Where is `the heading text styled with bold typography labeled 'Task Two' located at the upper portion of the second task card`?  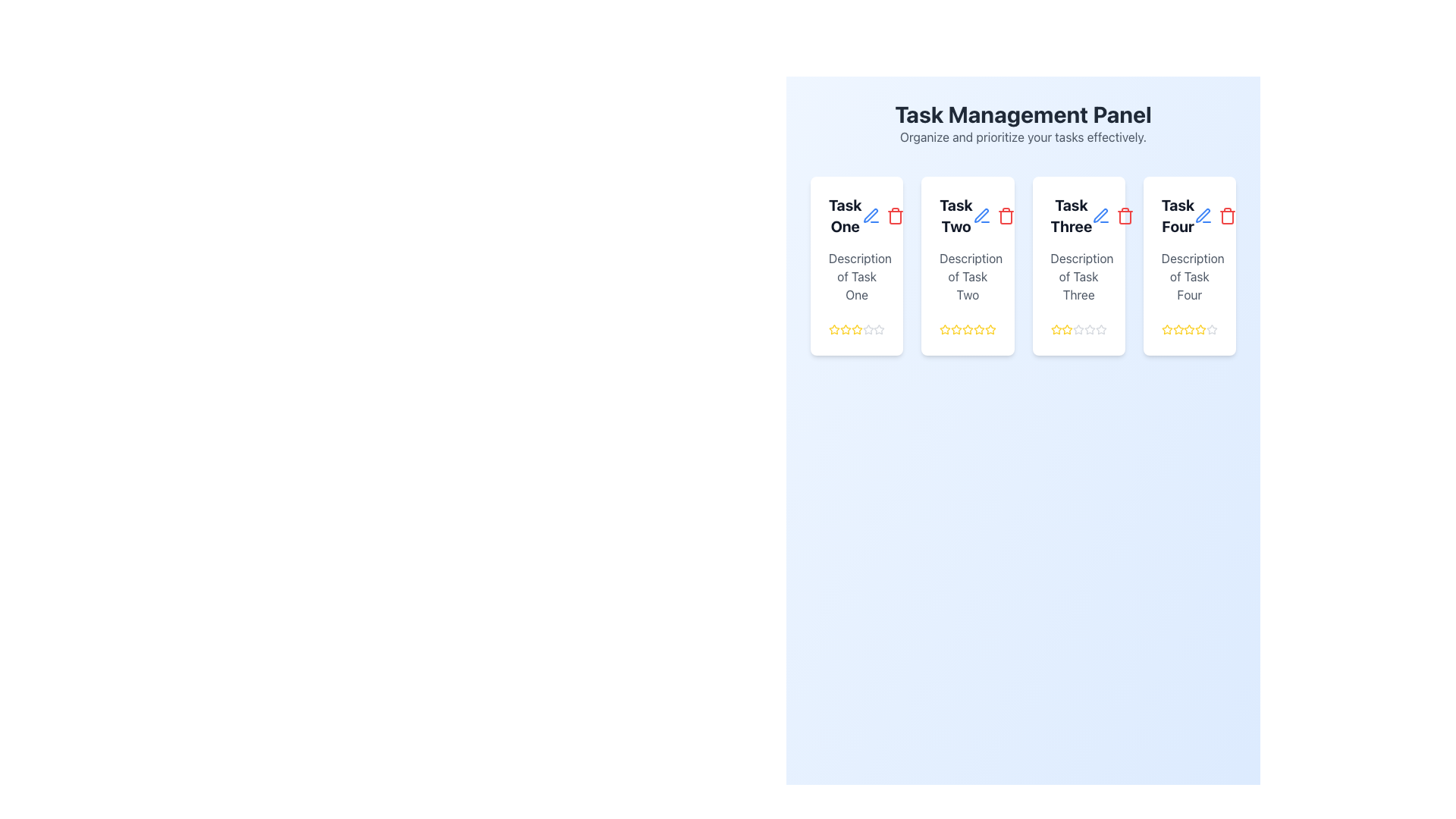
the heading text styled with bold typography labeled 'Task Two' located at the upper portion of the second task card is located at coordinates (967, 216).